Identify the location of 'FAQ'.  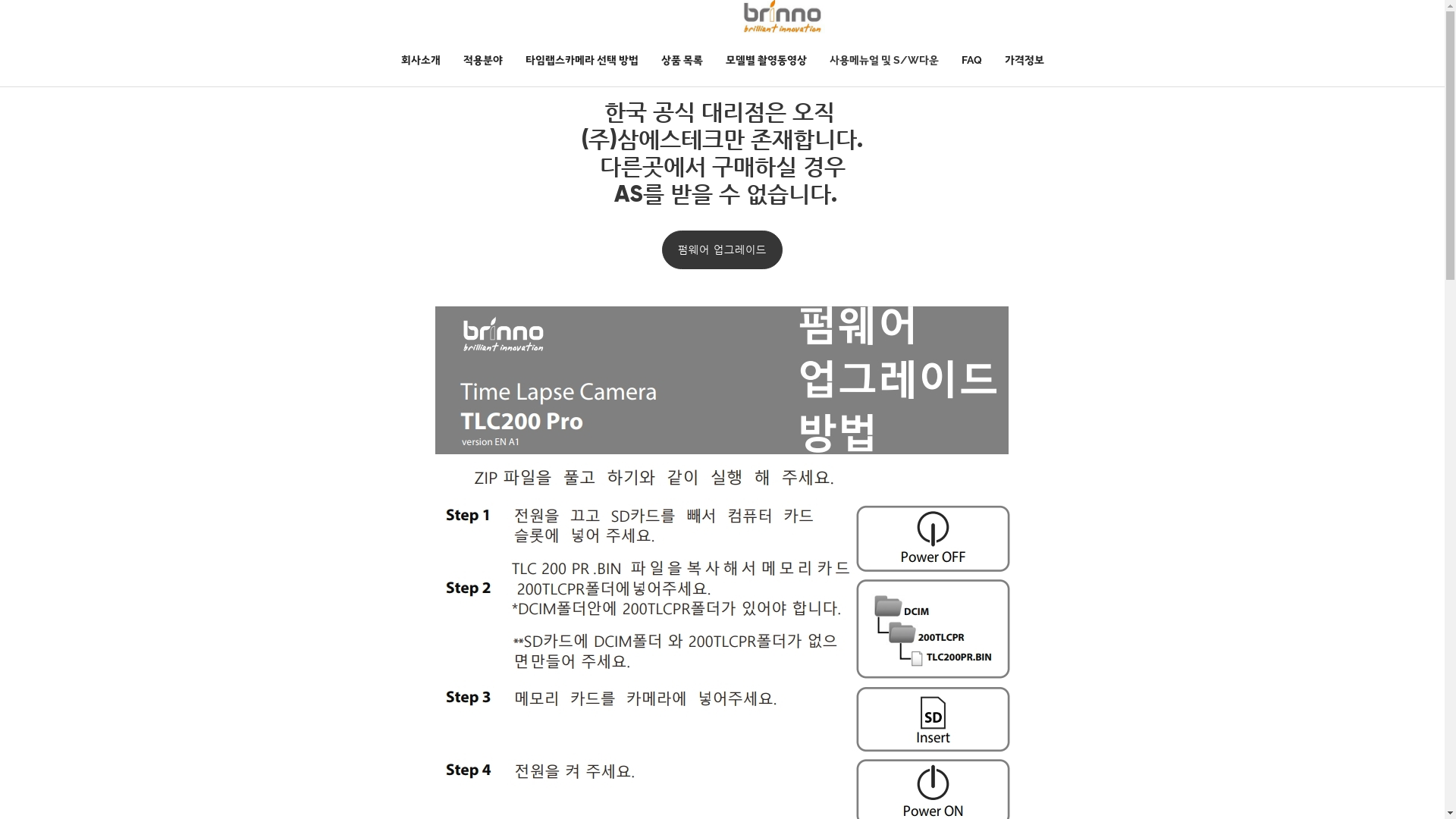
(949, 58).